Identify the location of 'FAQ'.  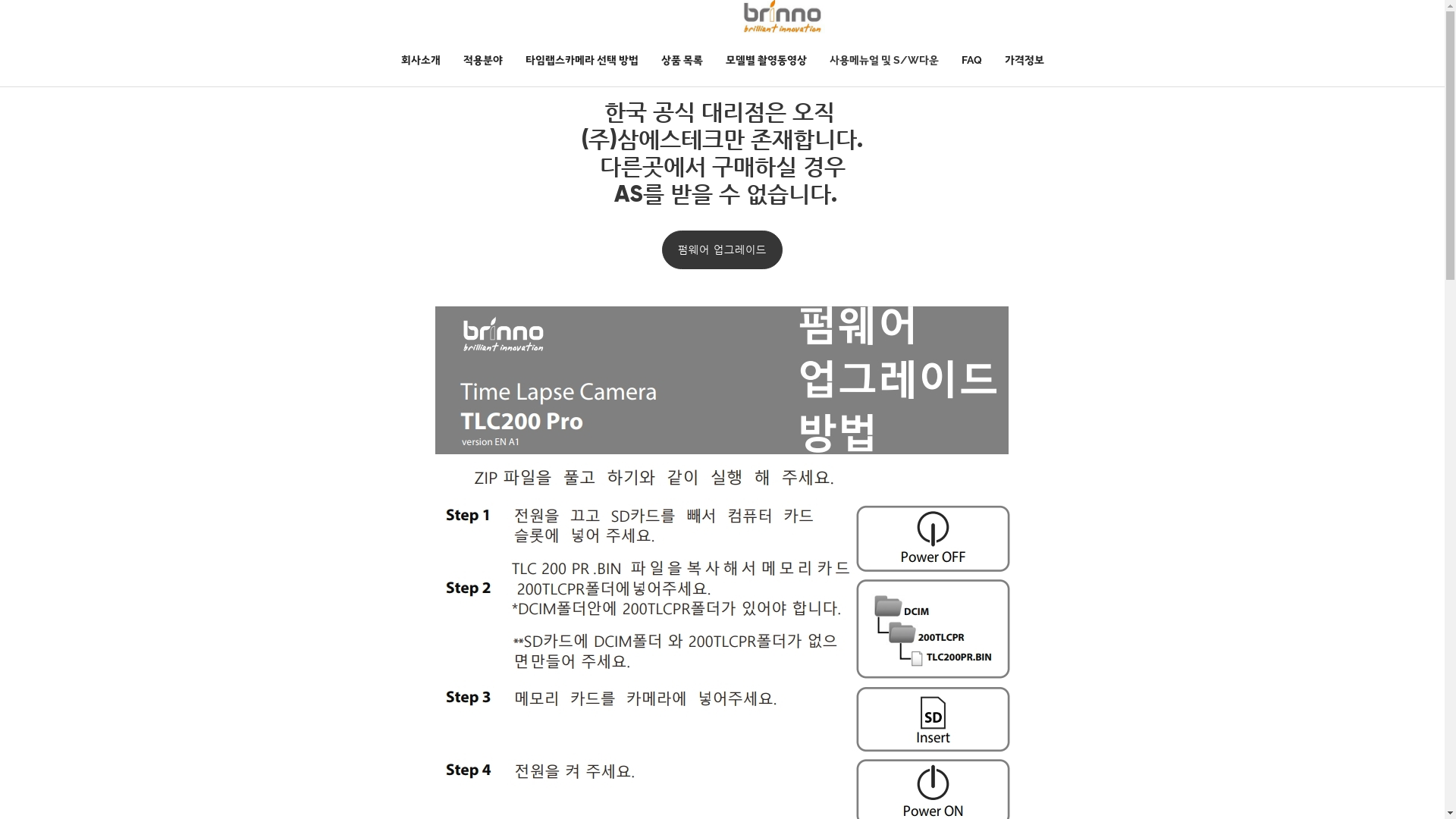
(949, 58).